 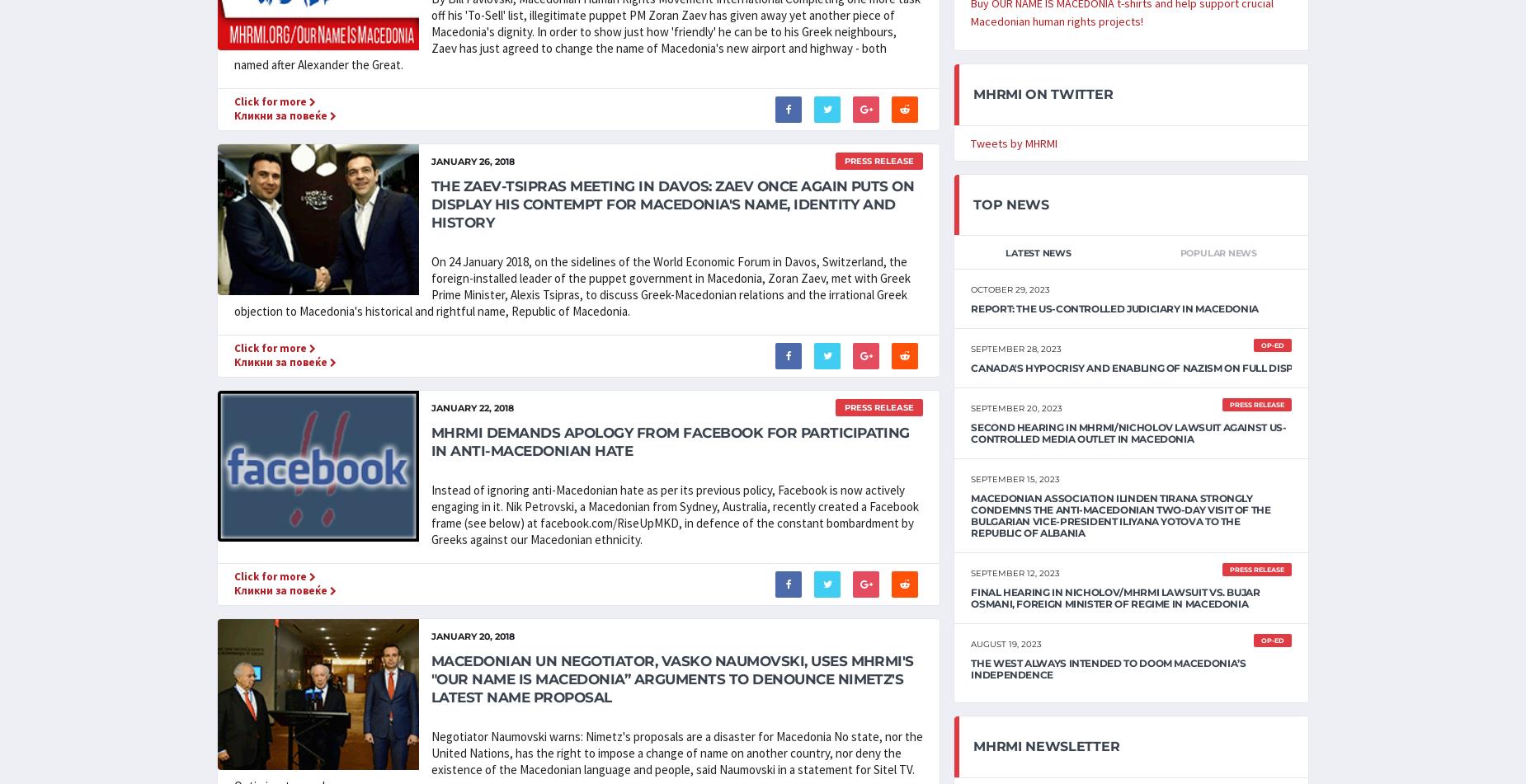 What do you see at coordinates (1140, 368) in the screenshot?
I see `'Canada's Hypocrisy and Enabling of Nazism on Full Display'` at bounding box center [1140, 368].